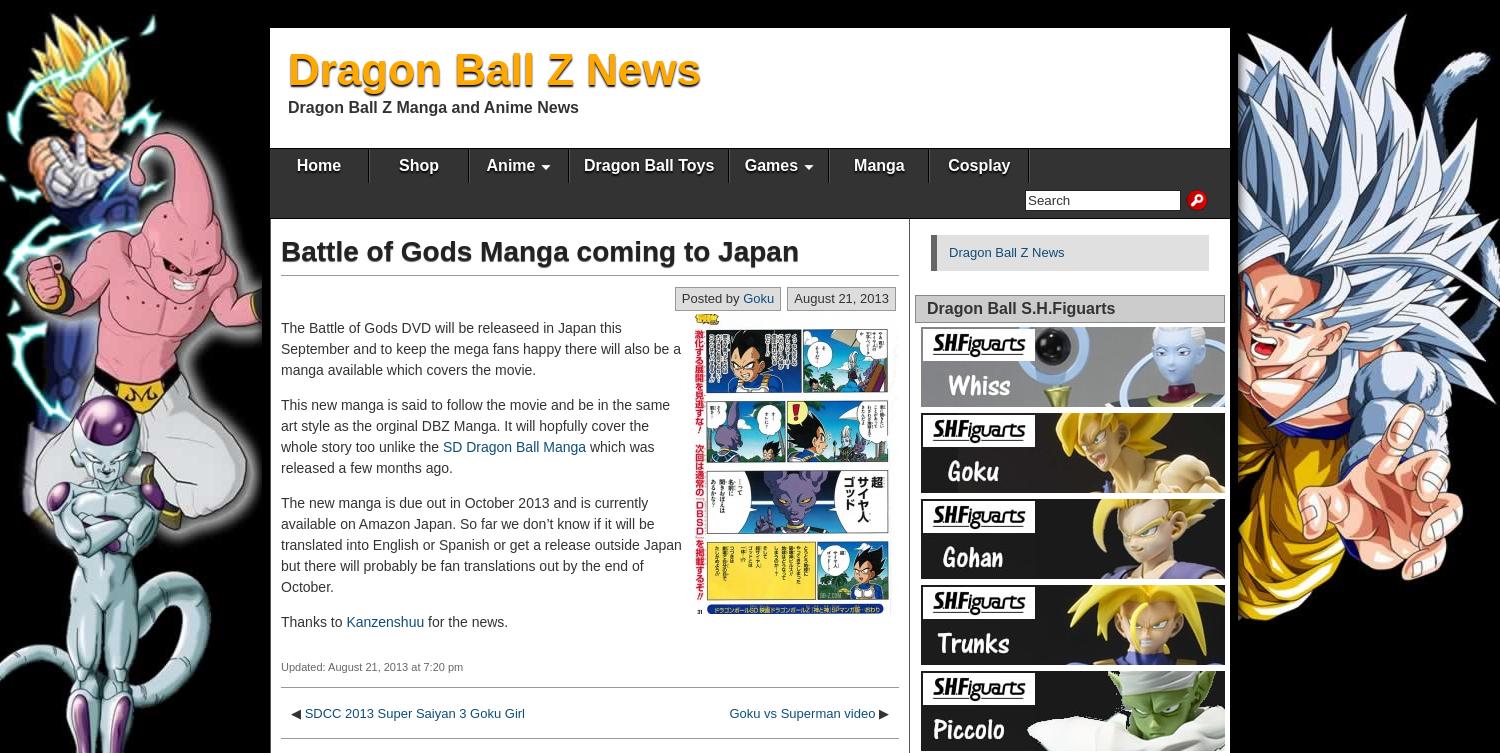 The height and width of the screenshot is (753, 1500). Describe the element at coordinates (480, 543) in the screenshot. I see `'The new manga is due out in October 2013 and is currently available on Amazon Japan. So far we don’t know if it will be translated into English or Spanish or get a release outside Japan but there will probably be fan translations out by the end of October.'` at that location.